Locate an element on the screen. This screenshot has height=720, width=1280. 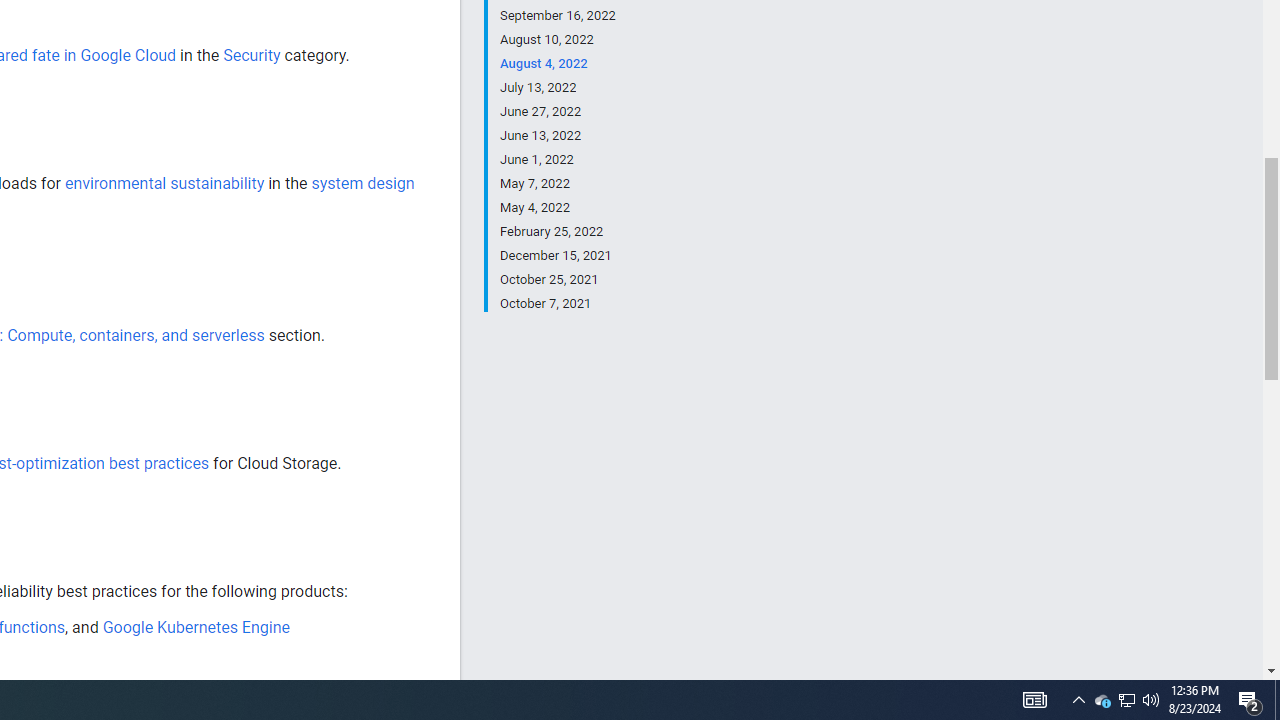
'May 4, 2022' is located at coordinates (557, 208).